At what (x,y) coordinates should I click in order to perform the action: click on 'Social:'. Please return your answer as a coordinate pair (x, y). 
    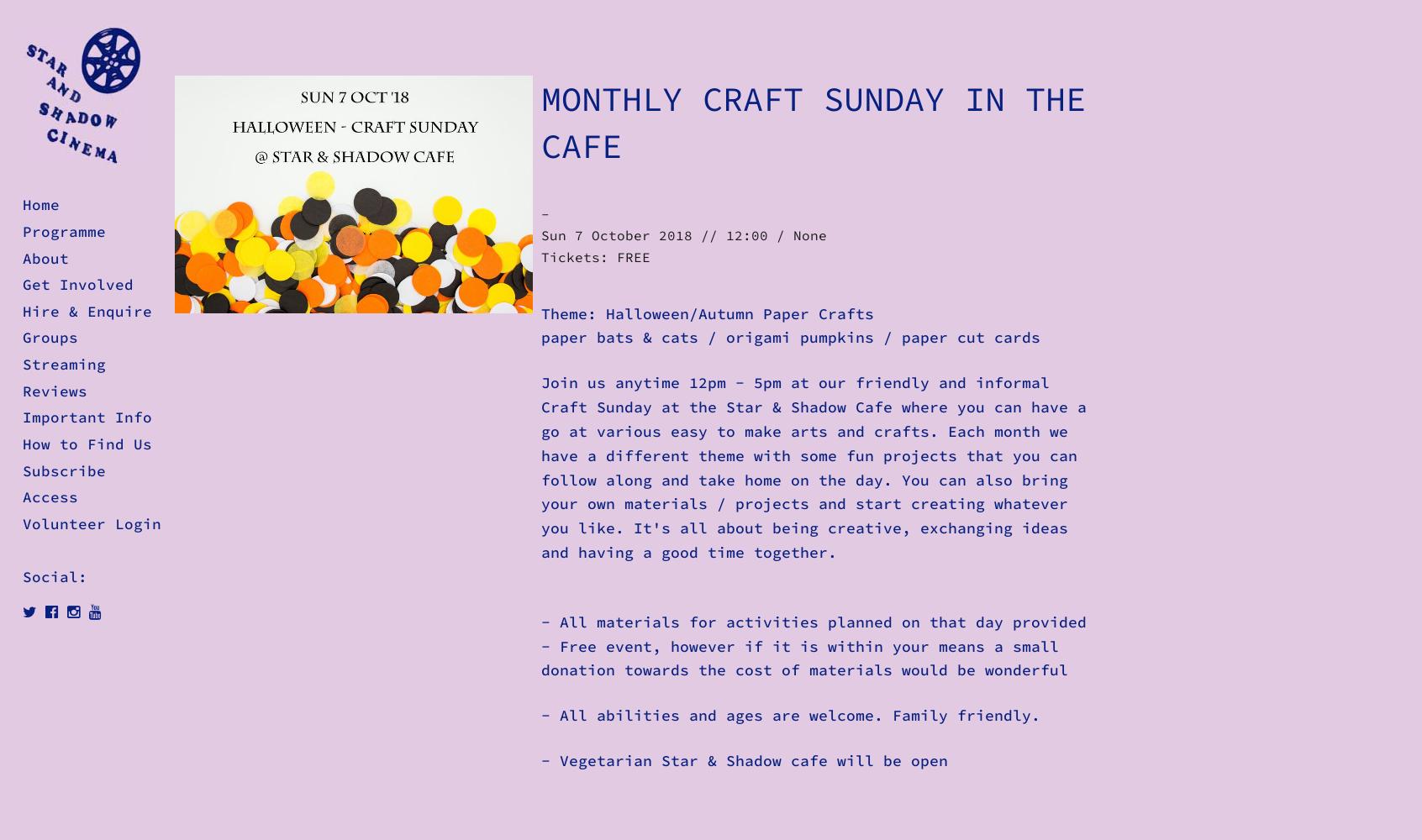
    Looking at the image, I should click on (54, 577).